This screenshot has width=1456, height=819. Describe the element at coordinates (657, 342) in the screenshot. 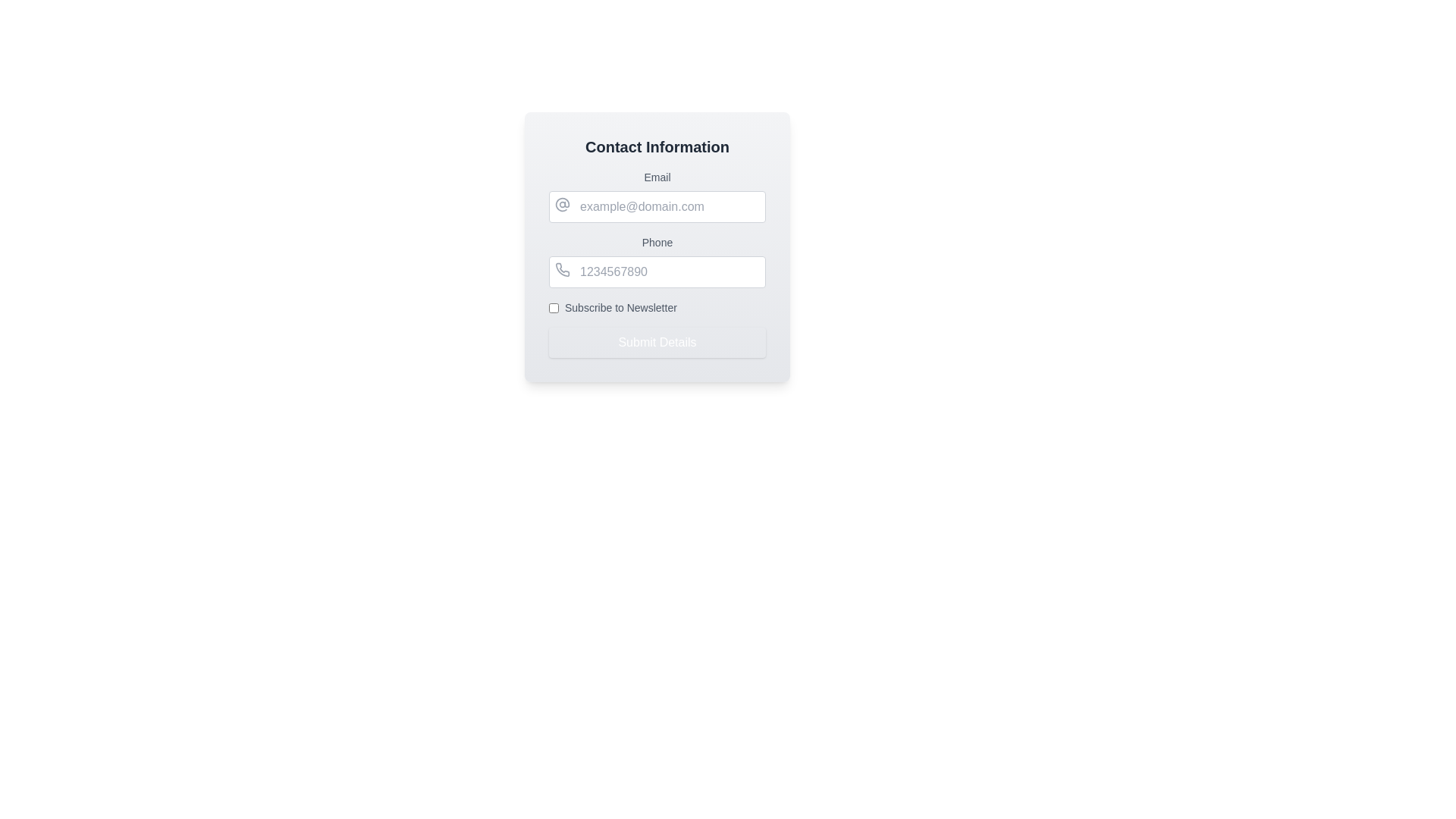

I see `the submission button located below the 'Subscribe to Newsletter' checkbox` at that location.